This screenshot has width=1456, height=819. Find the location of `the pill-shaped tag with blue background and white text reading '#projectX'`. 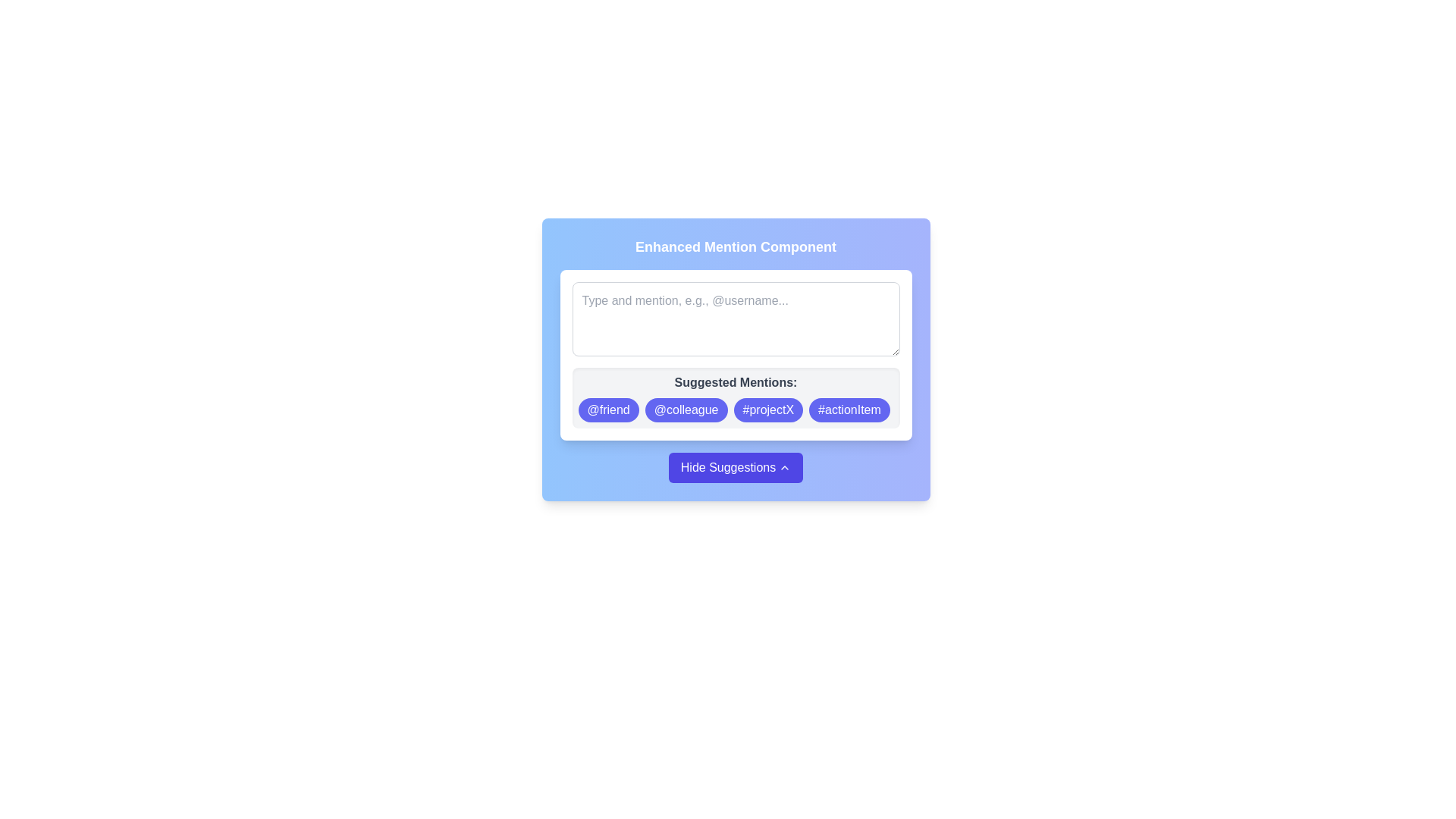

the pill-shaped tag with blue background and white text reading '#projectX' is located at coordinates (768, 409).